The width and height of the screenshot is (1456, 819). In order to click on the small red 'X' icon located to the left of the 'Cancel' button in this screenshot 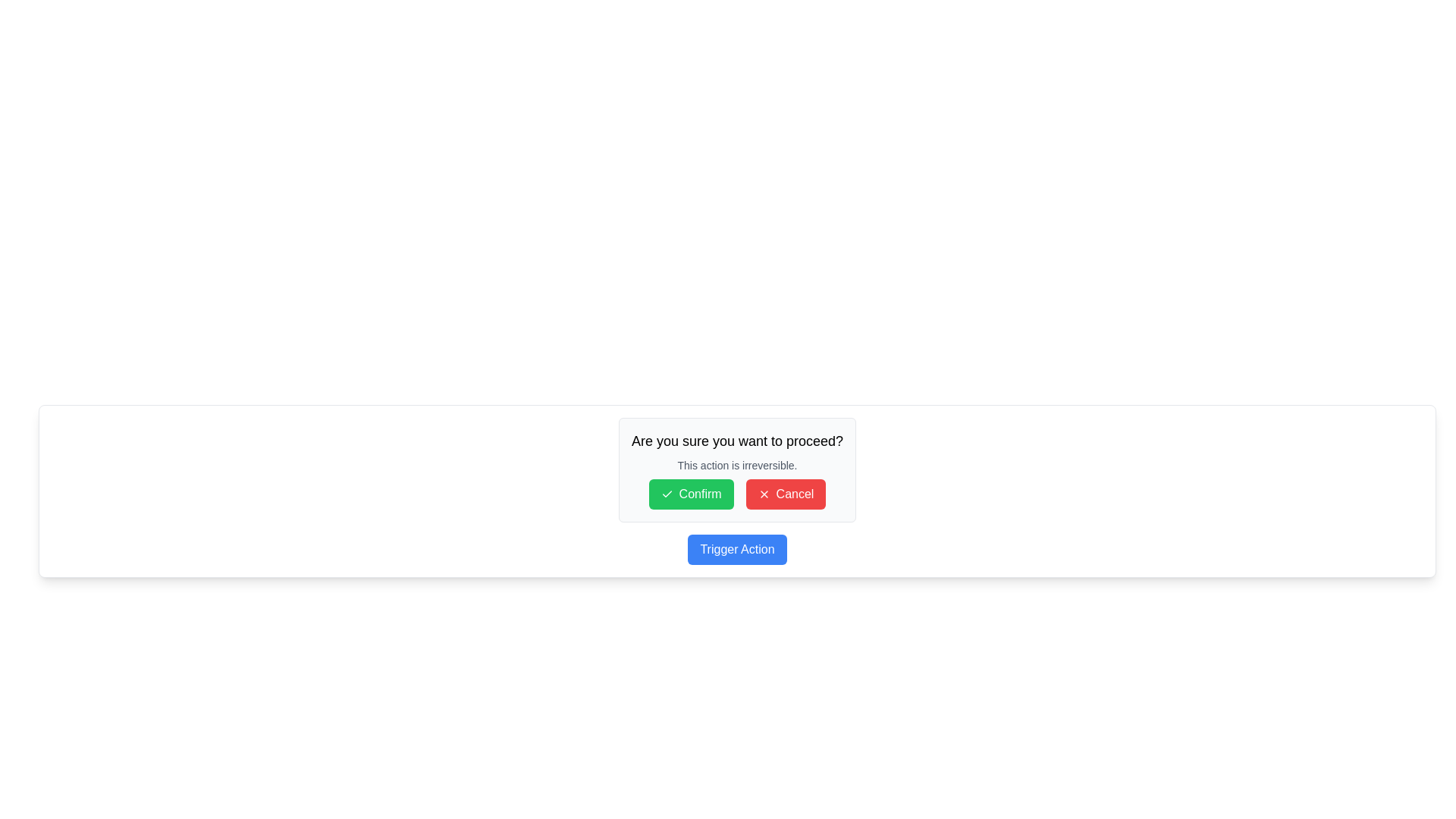, I will do `click(764, 494)`.